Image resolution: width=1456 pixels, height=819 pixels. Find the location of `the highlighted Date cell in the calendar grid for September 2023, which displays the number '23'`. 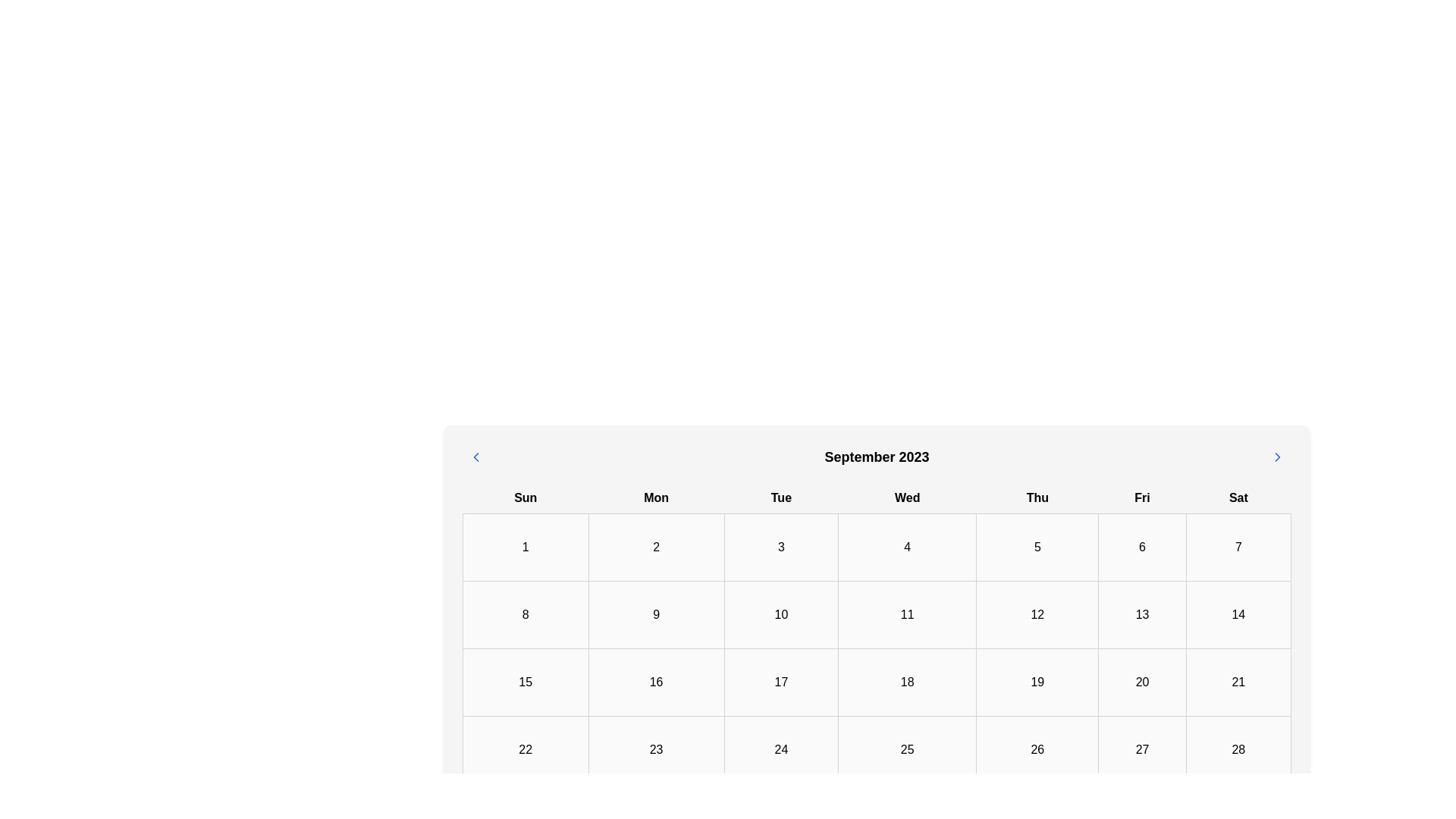

the highlighted Date cell in the calendar grid for September 2023, which displays the number '23' is located at coordinates (656, 748).